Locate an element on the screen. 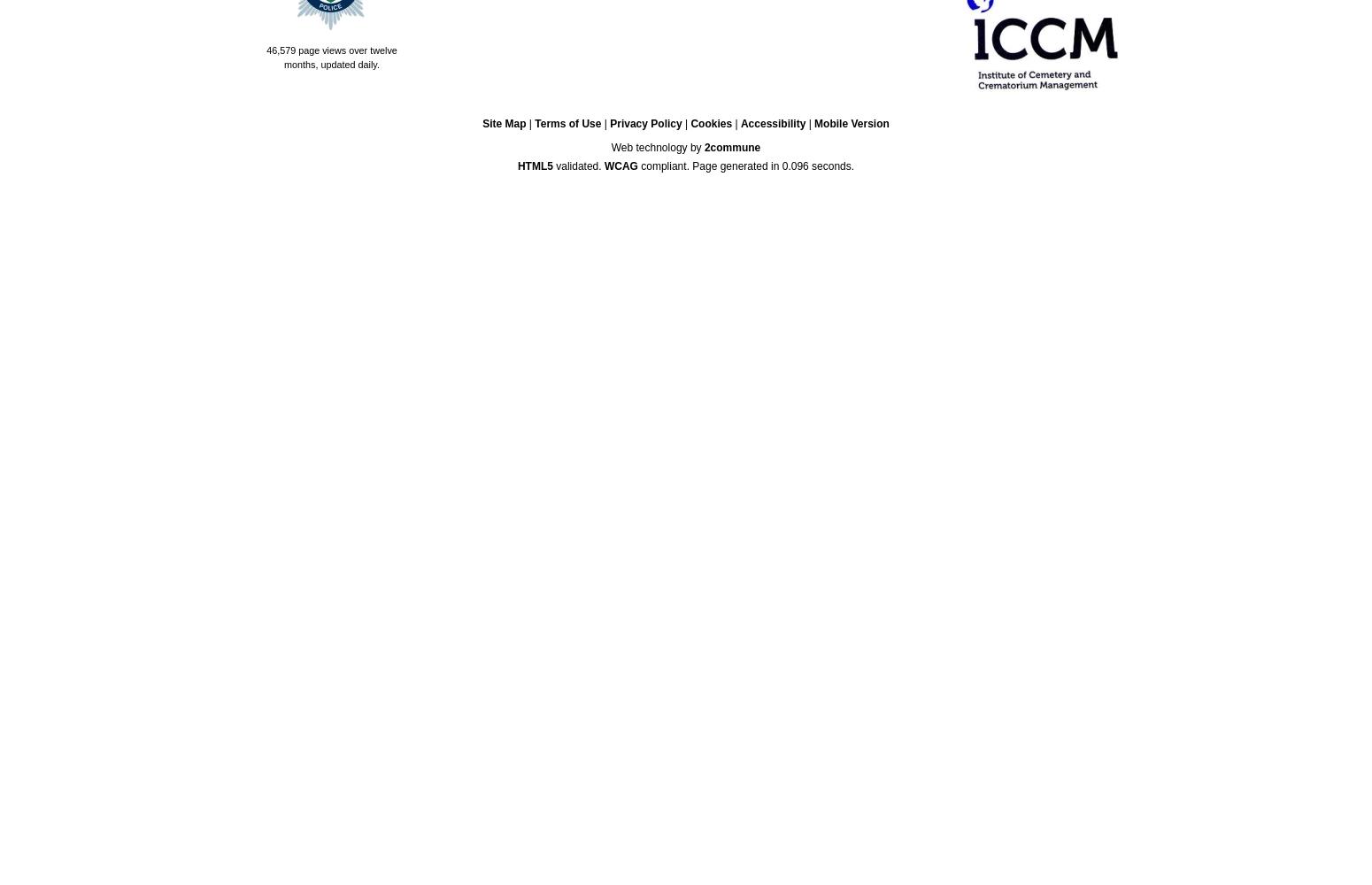 The width and height of the screenshot is (1372, 885). 'validated.' is located at coordinates (577, 165).